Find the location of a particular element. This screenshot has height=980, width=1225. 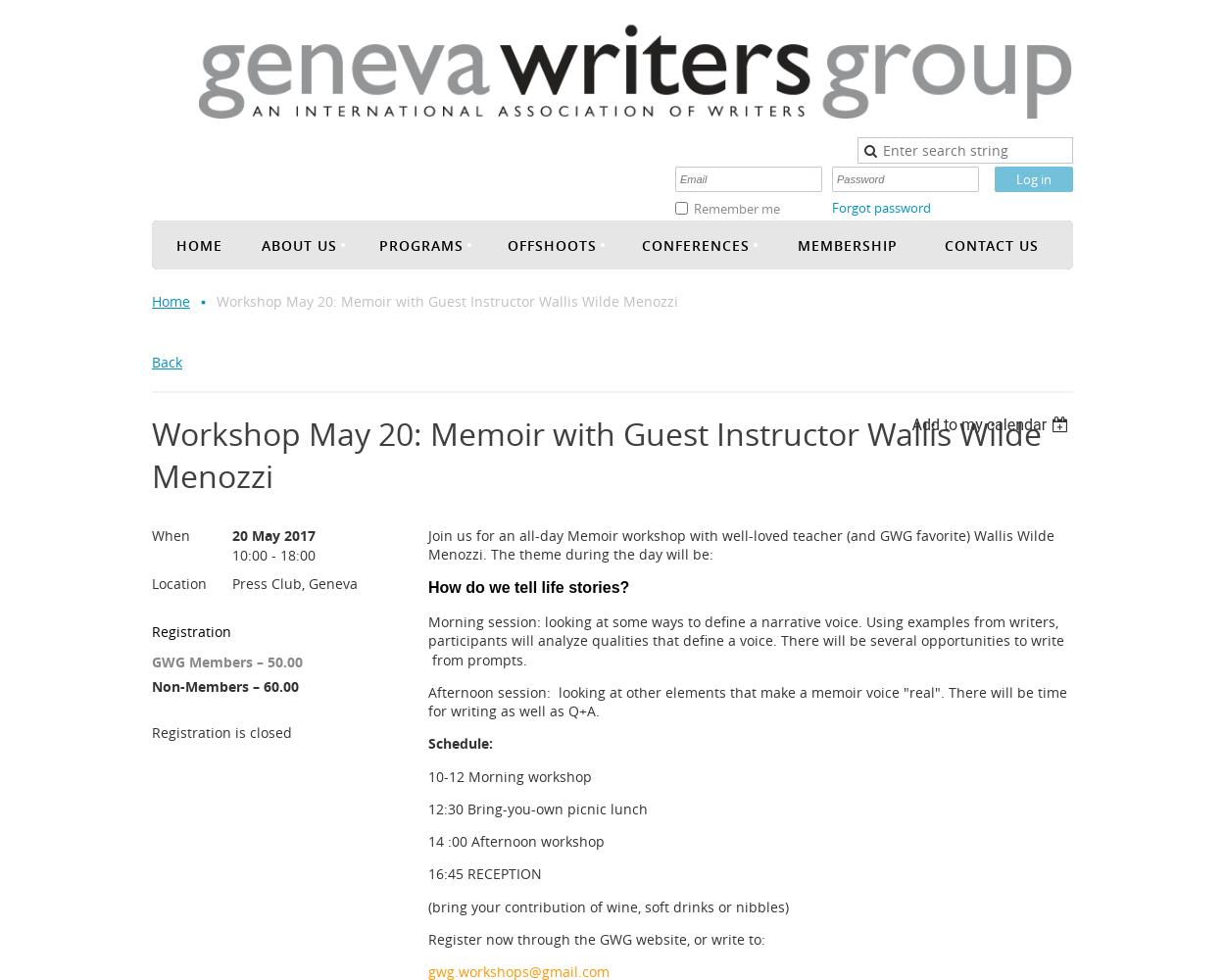

'Non-Members – 60.00' is located at coordinates (224, 684).